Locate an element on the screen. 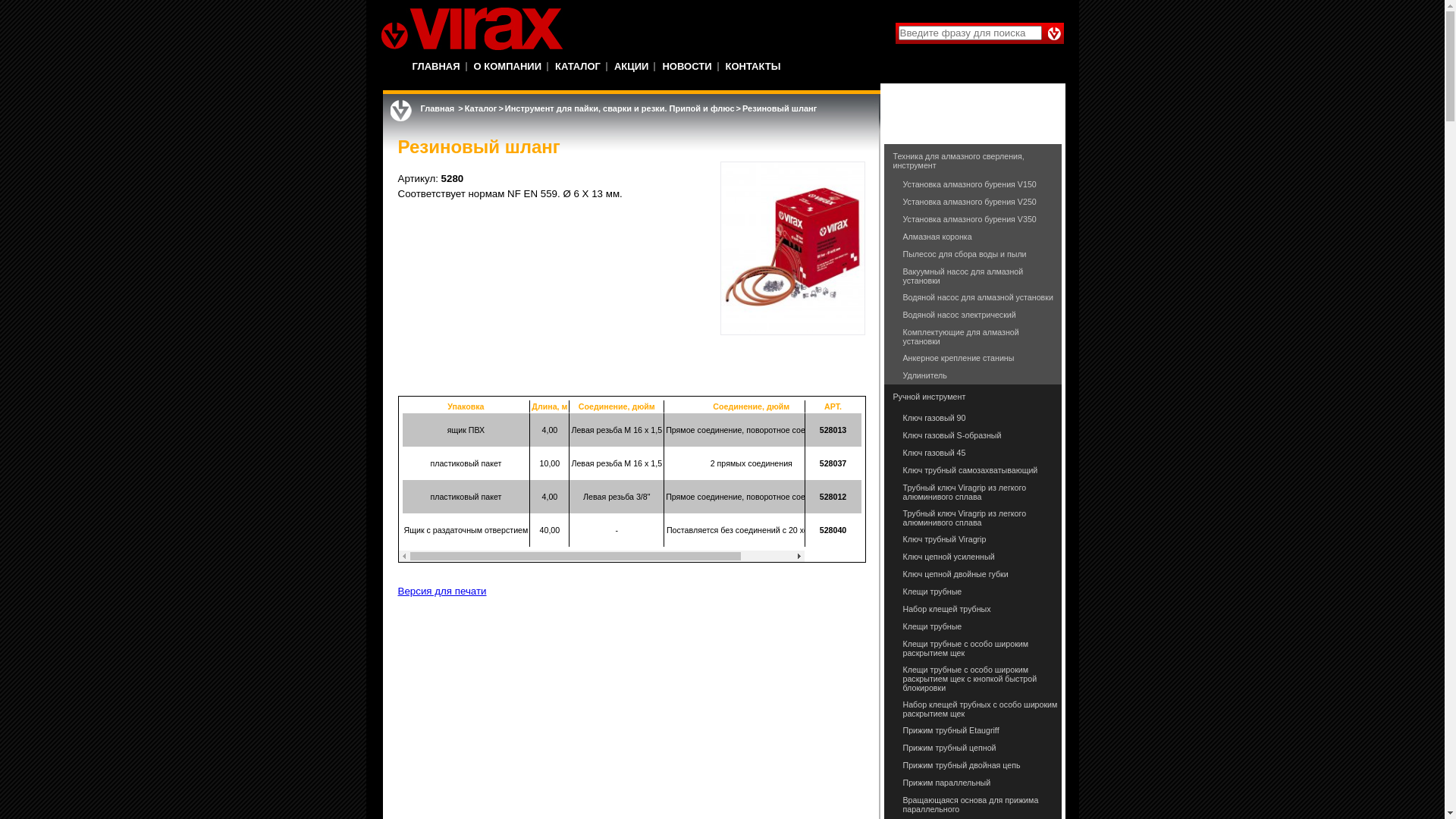 This screenshot has height=819, width=1456. 'Virax' is located at coordinates (470, 29).